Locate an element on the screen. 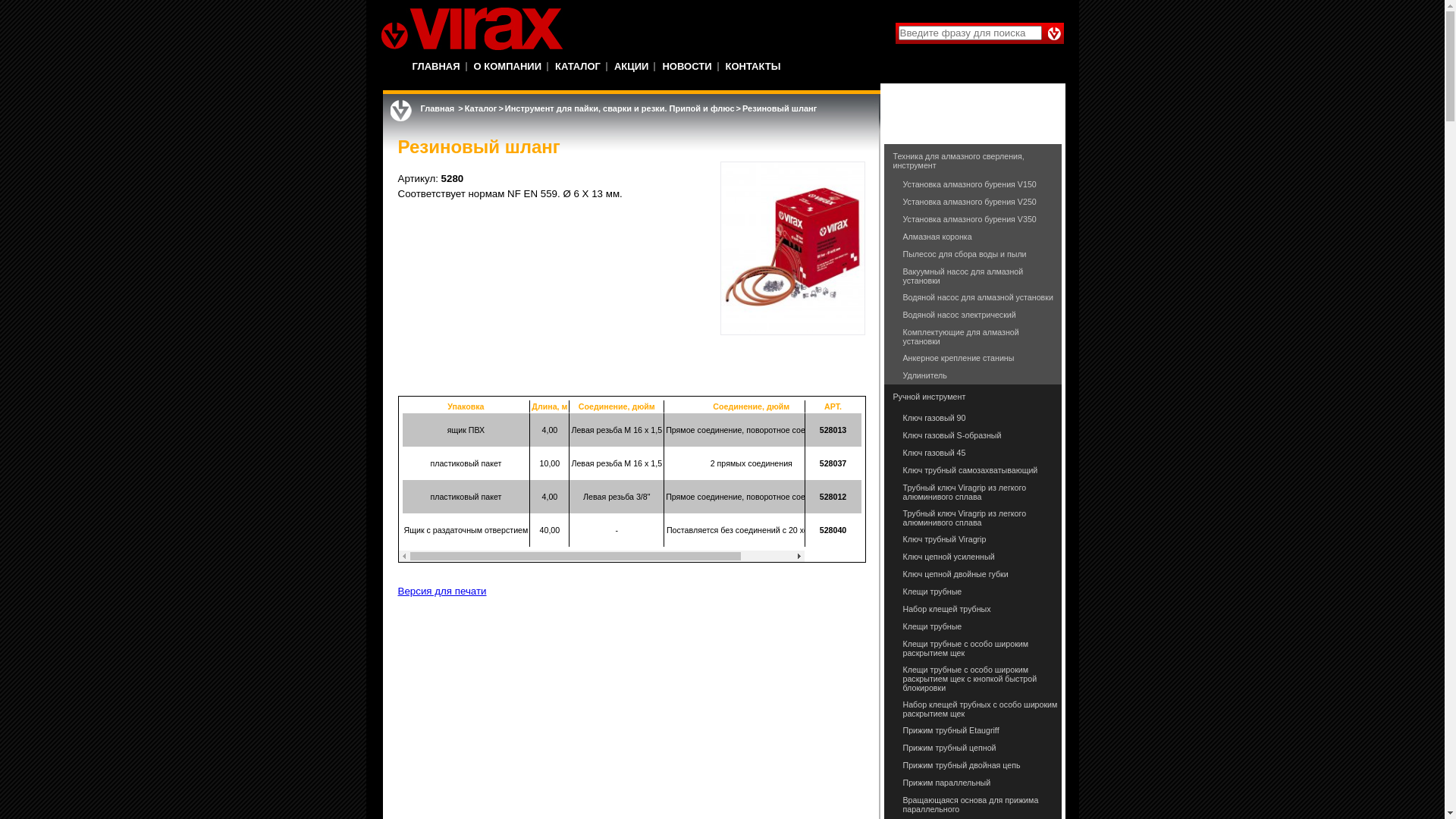 This screenshot has height=819, width=1456. 'Virax' is located at coordinates (470, 29).